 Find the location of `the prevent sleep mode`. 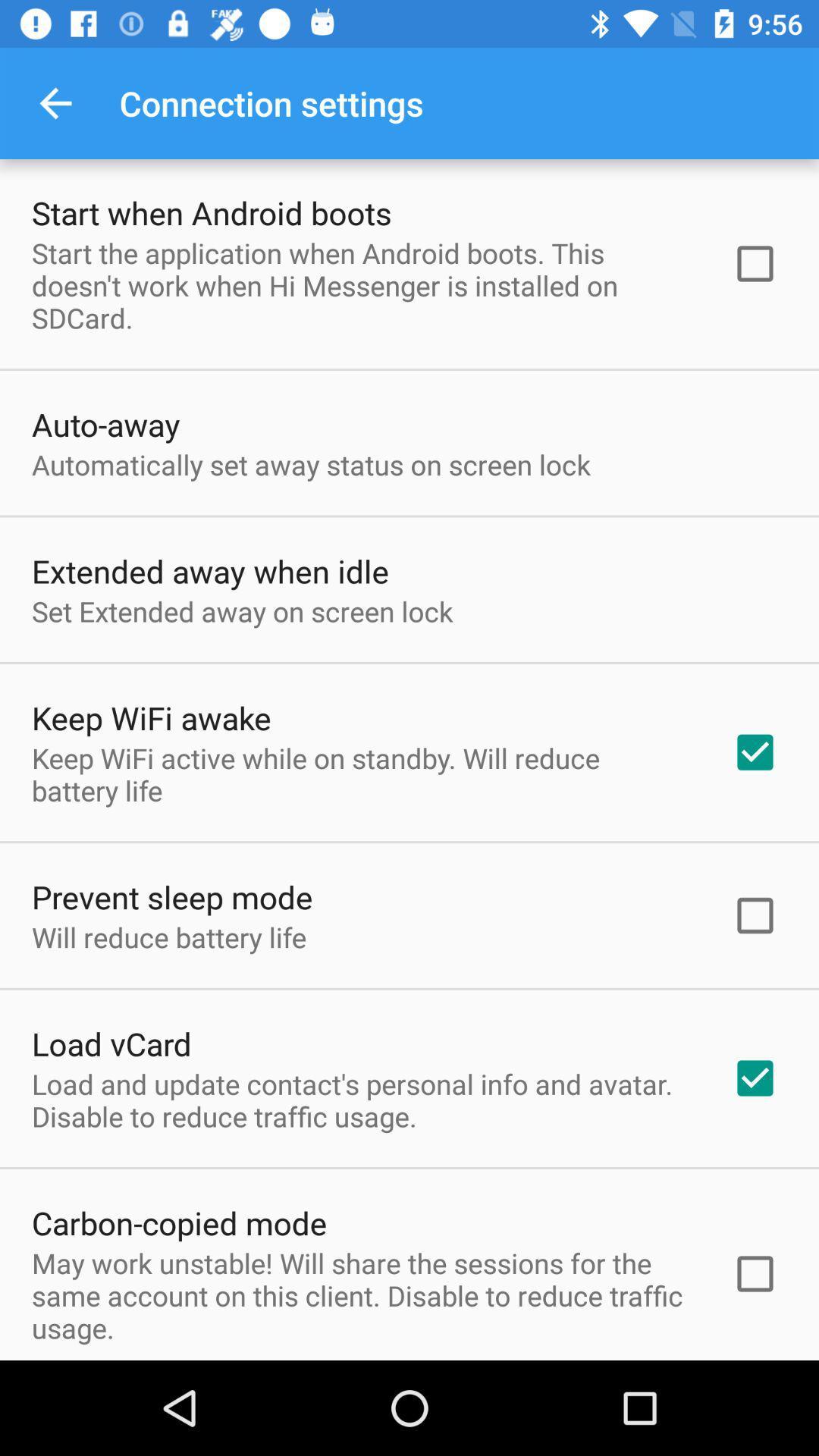

the prevent sleep mode is located at coordinates (171, 896).